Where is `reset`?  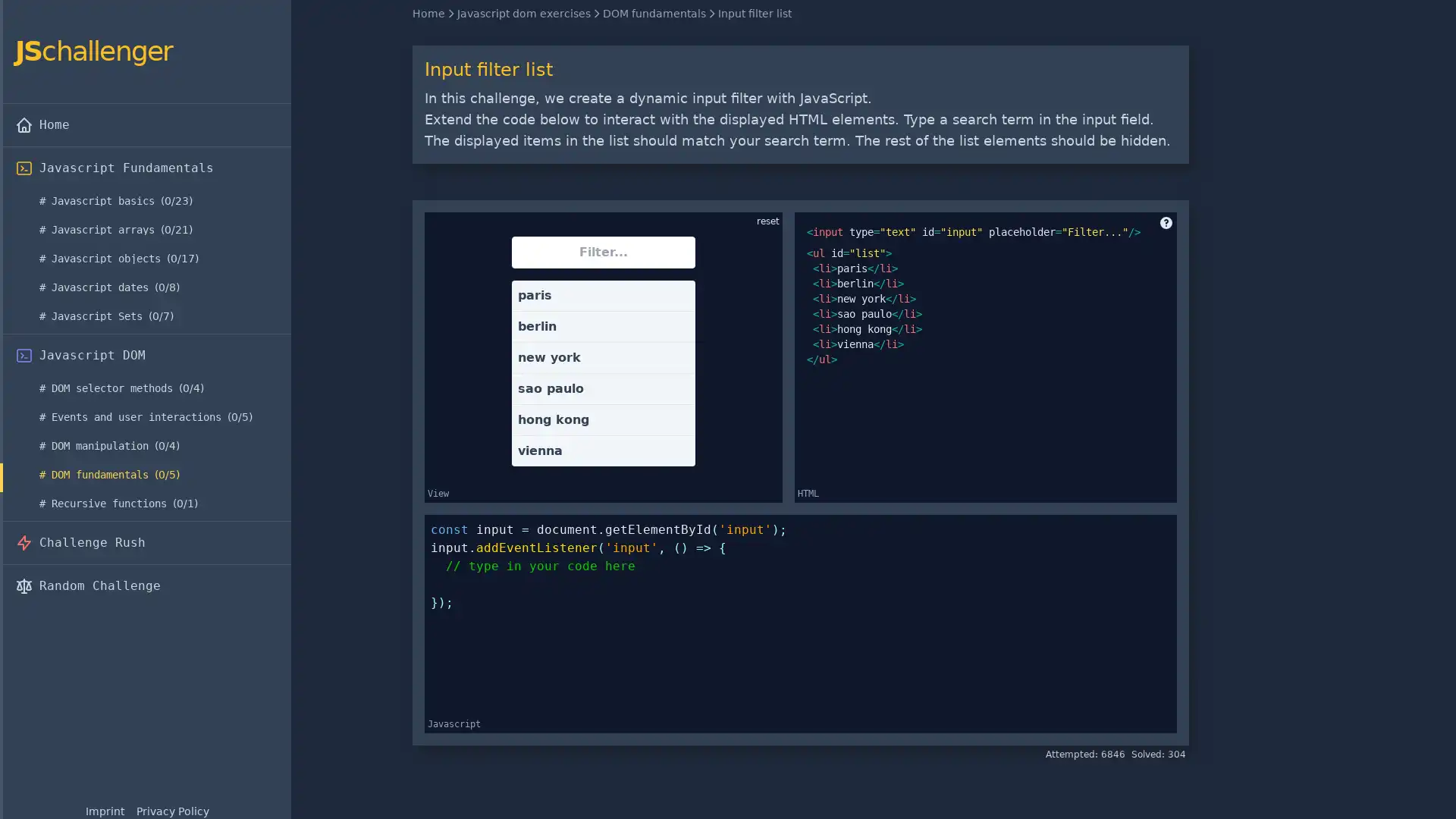
reset is located at coordinates (767, 221).